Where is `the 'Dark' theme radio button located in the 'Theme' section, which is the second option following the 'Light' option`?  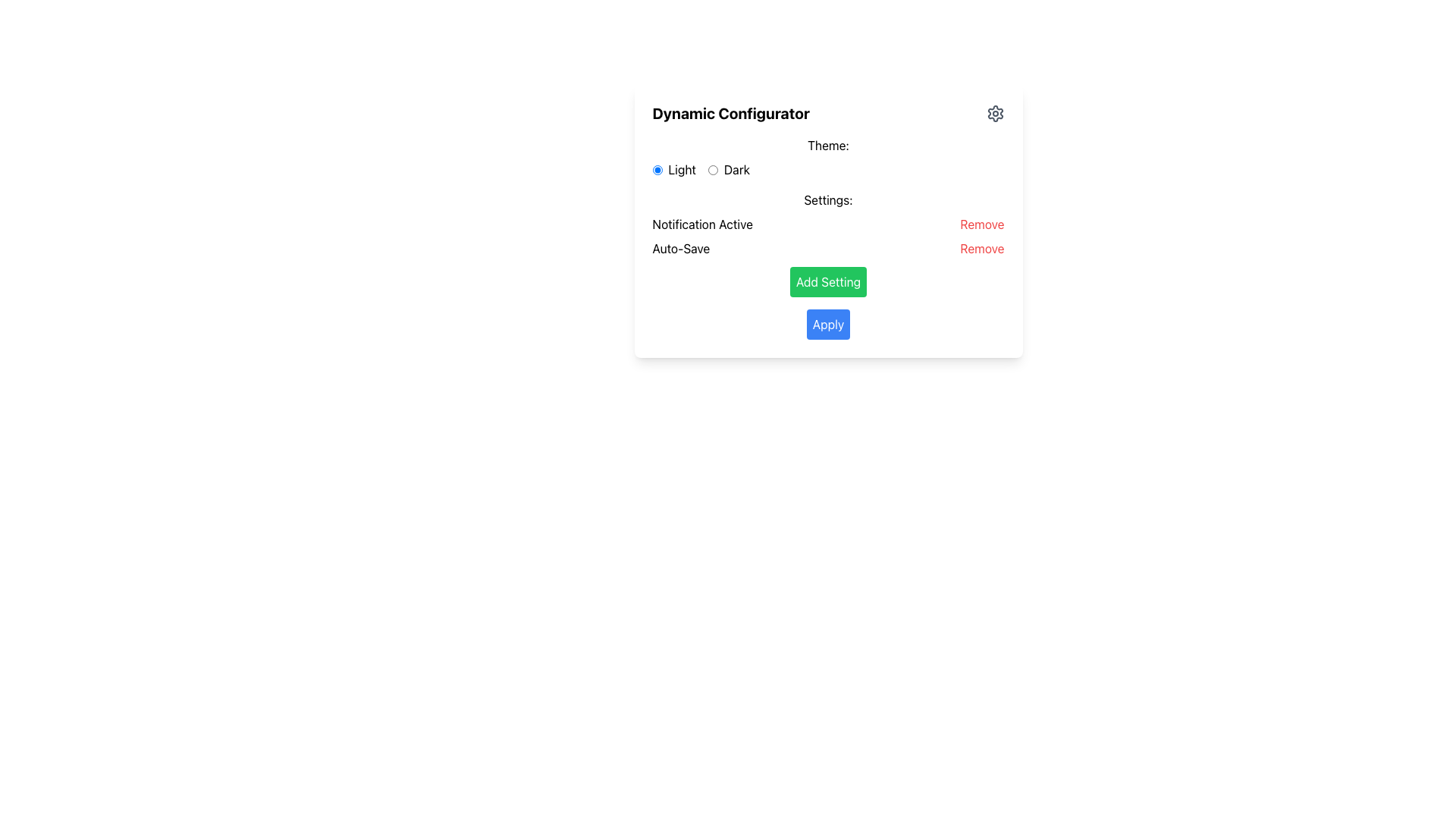 the 'Dark' theme radio button located in the 'Theme' section, which is the second option following the 'Light' option is located at coordinates (728, 169).